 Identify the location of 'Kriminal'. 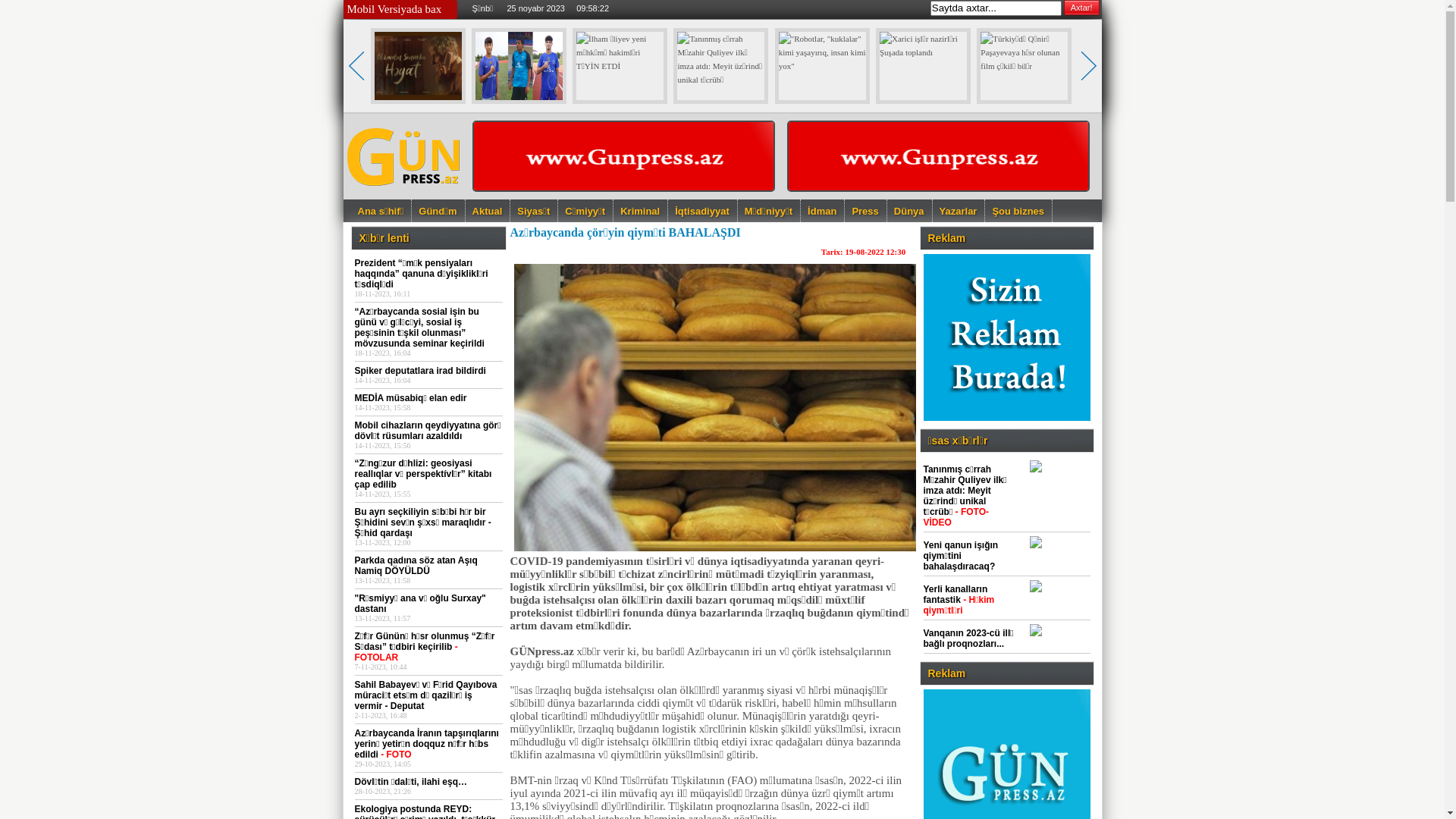
(640, 210).